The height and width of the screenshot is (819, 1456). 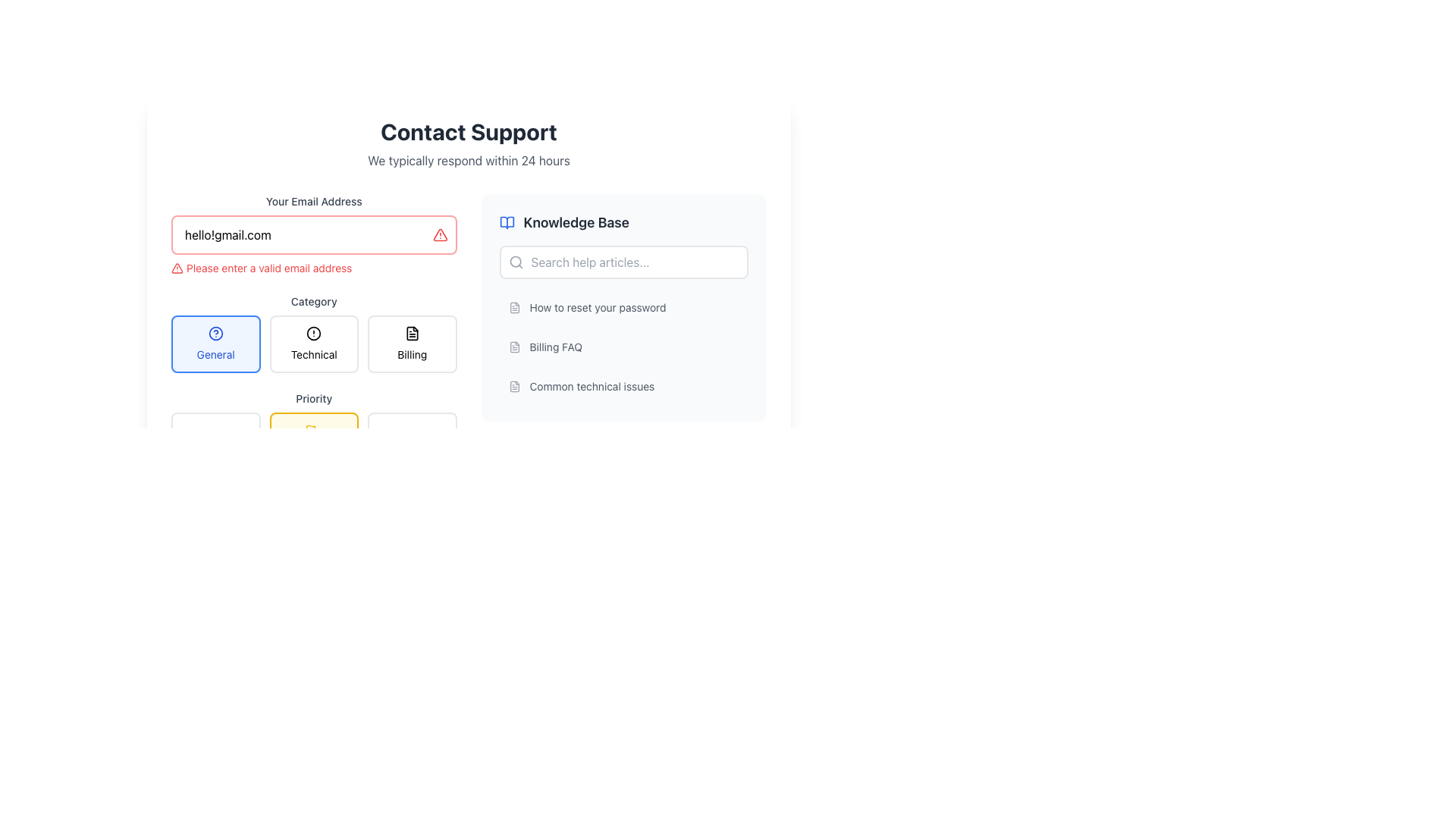 What do you see at coordinates (313, 268) in the screenshot?
I see `the text notification displaying 'Please enter a valid email address' in red color, which is located directly below the email input field labeled 'Your Email Address'` at bounding box center [313, 268].